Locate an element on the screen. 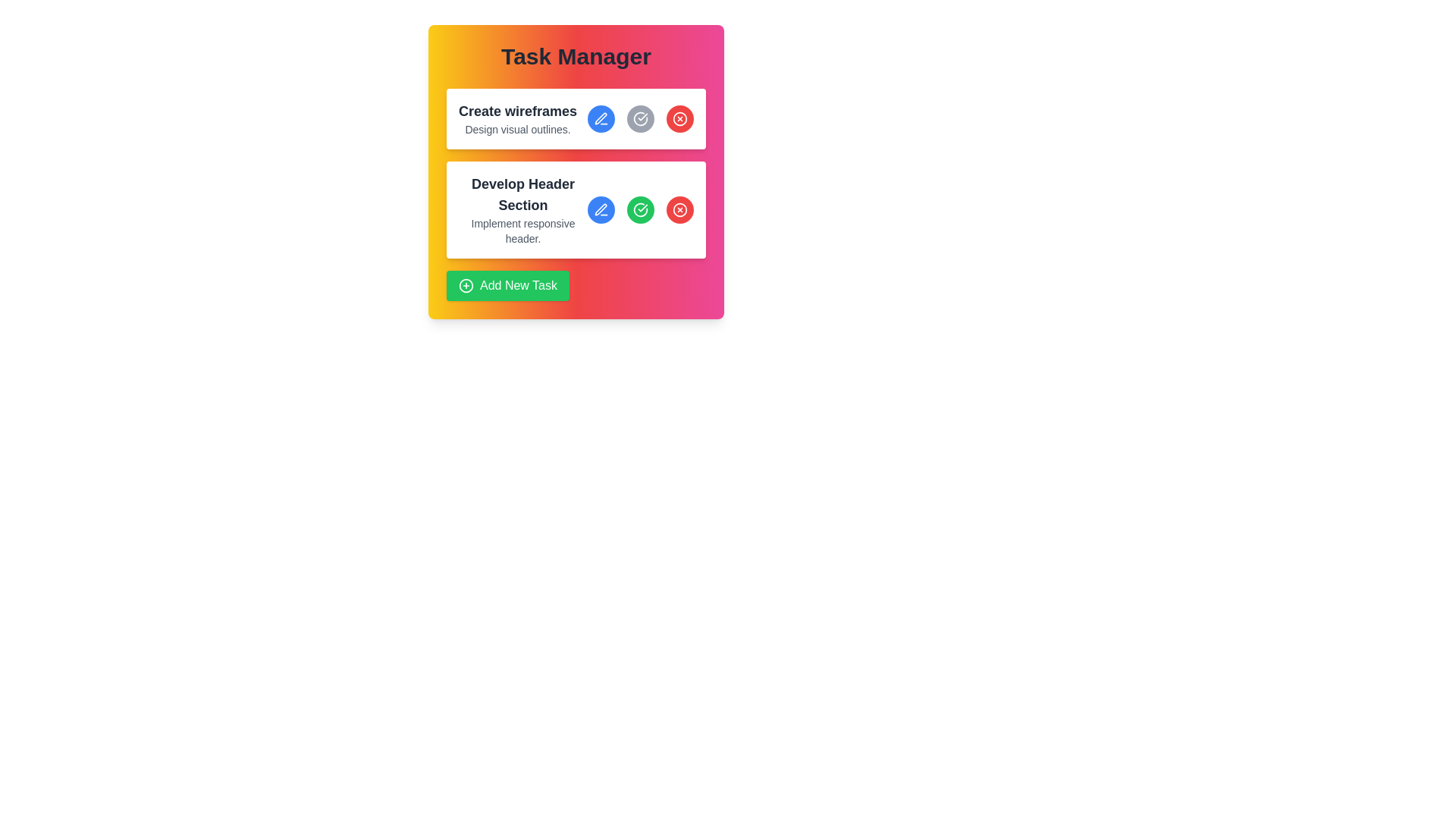 Image resolution: width=1456 pixels, height=819 pixels. the circular button with a blue background and white pen icon to invoke the edit action is located at coordinates (600, 210).